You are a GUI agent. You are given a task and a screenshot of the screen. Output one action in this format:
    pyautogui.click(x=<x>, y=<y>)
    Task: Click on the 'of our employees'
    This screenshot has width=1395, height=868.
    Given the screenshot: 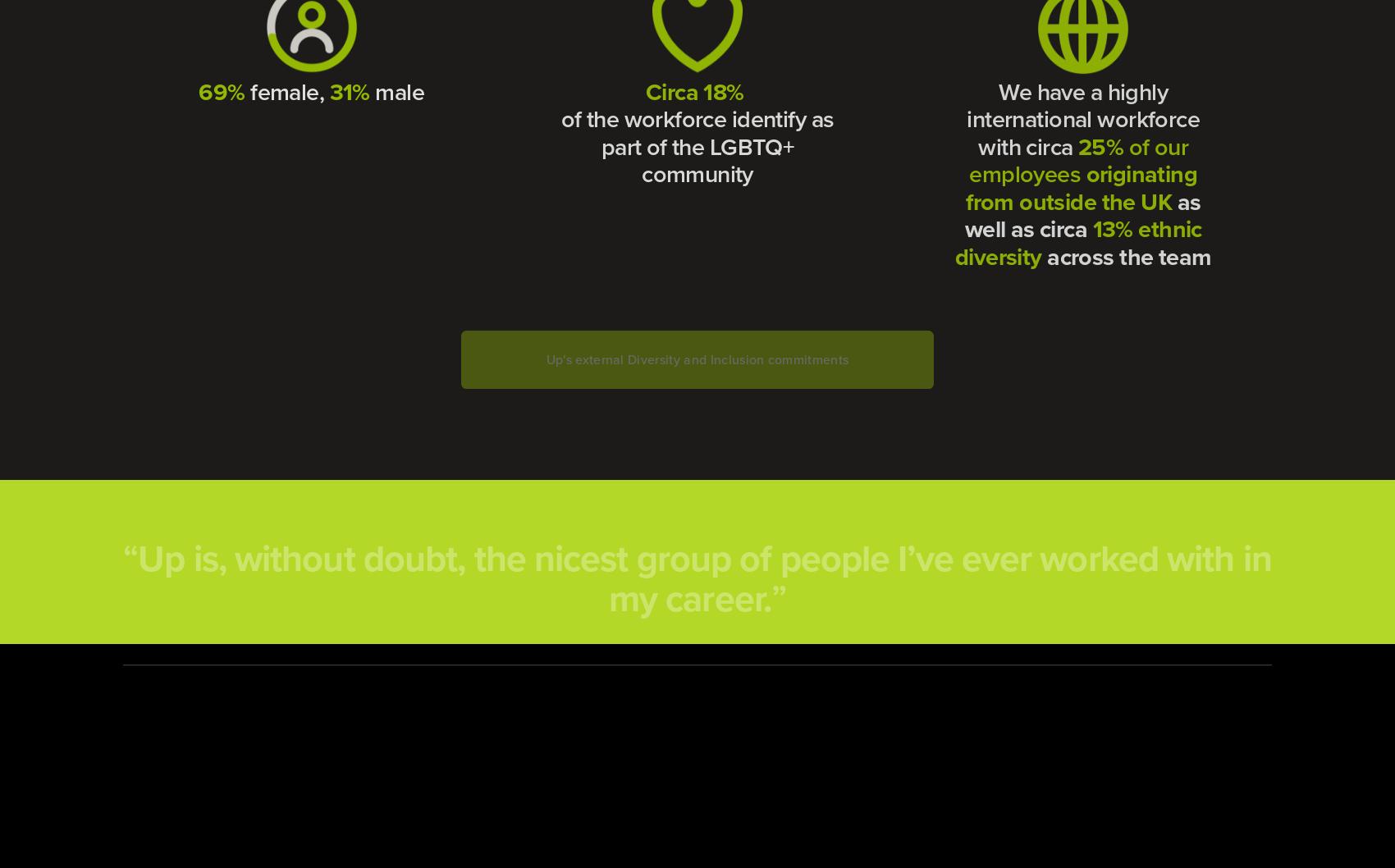 What is the action you would take?
    pyautogui.click(x=967, y=159)
    